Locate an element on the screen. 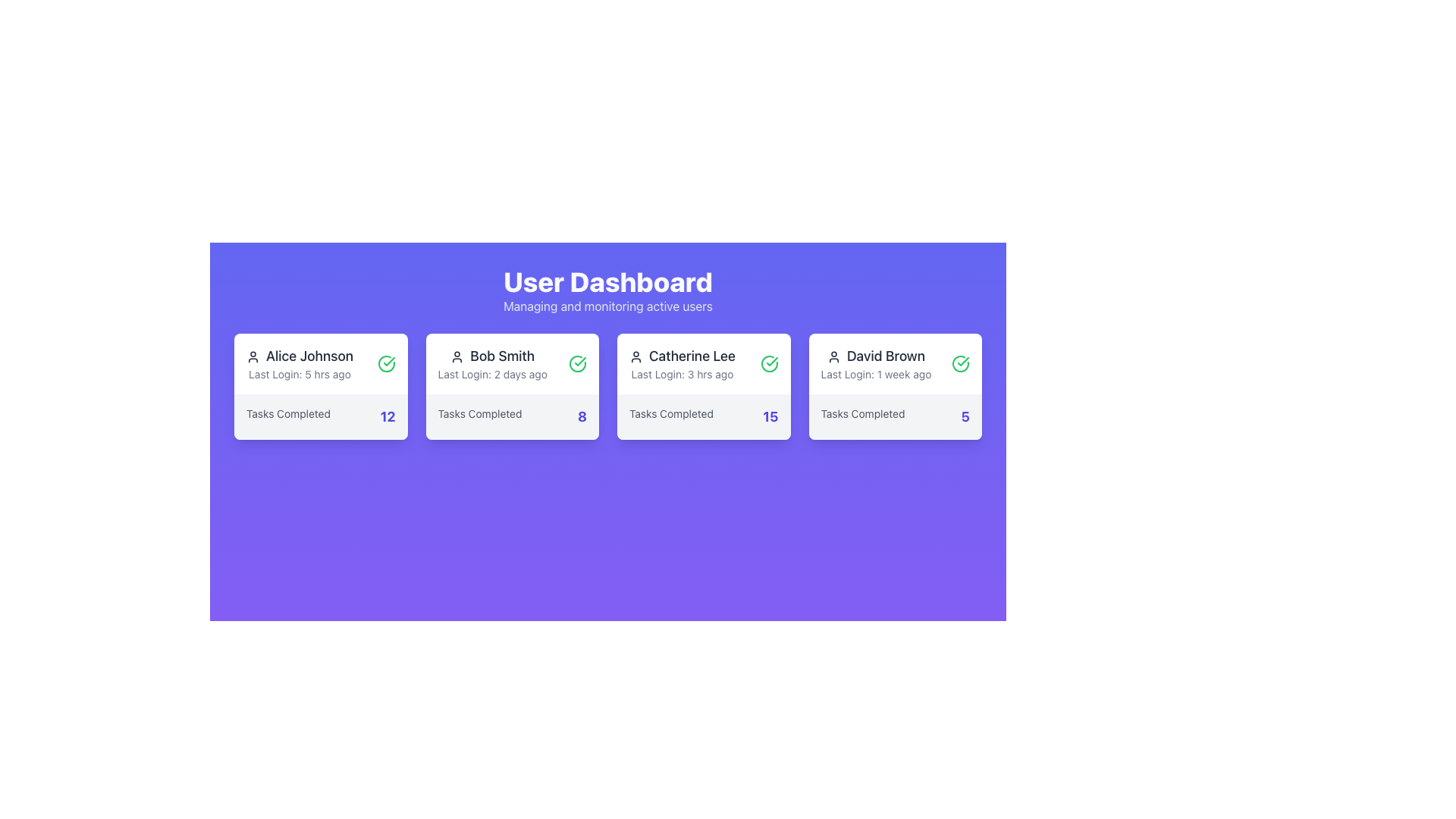 Image resolution: width=1456 pixels, height=819 pixels. text label identifying the user within the fourth card under the 'User Dashboard' title is located at coordinates (876, 356).